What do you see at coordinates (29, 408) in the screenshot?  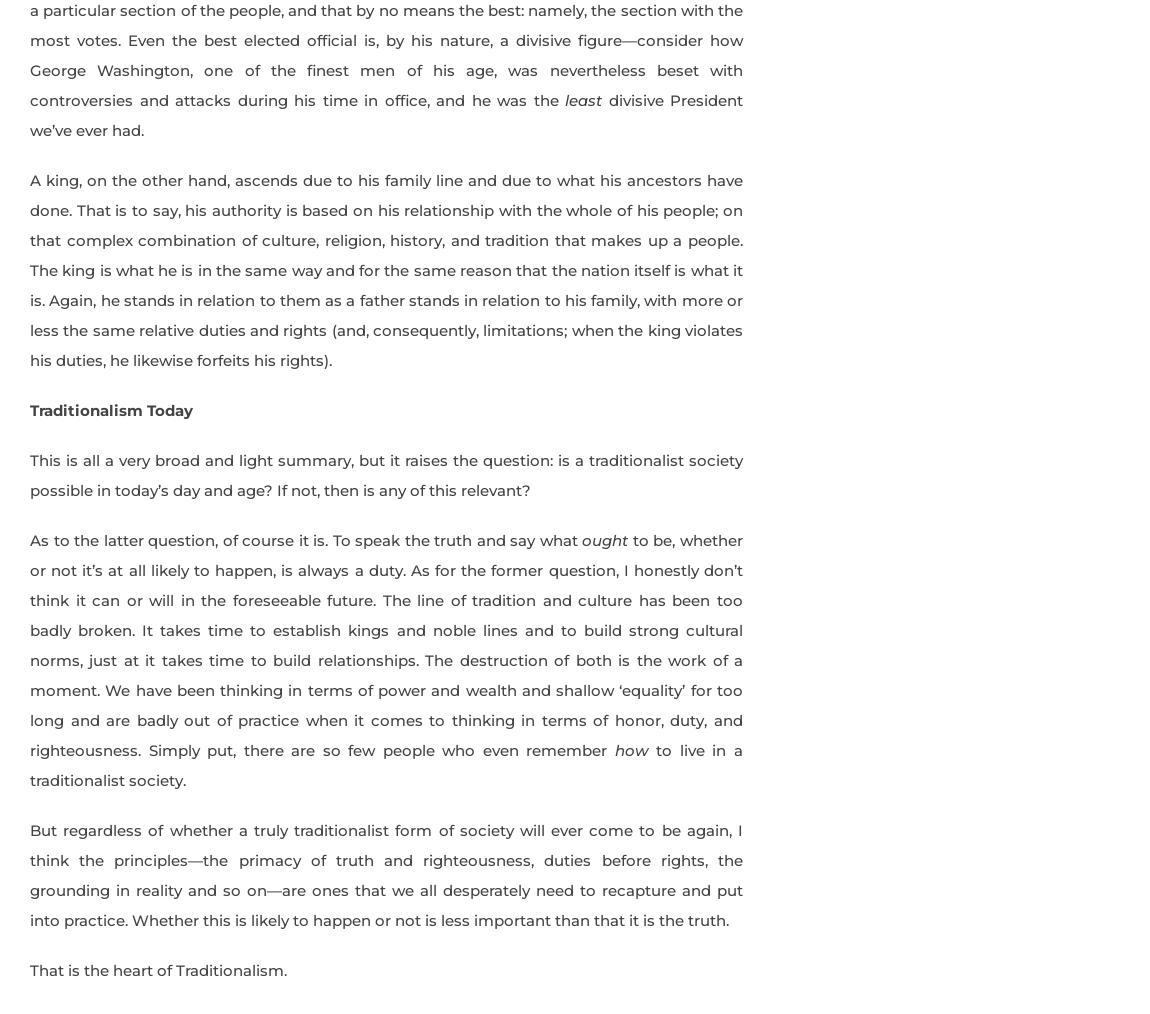 I see `'Traditionalism Today'` at bounding box center [29, 408].